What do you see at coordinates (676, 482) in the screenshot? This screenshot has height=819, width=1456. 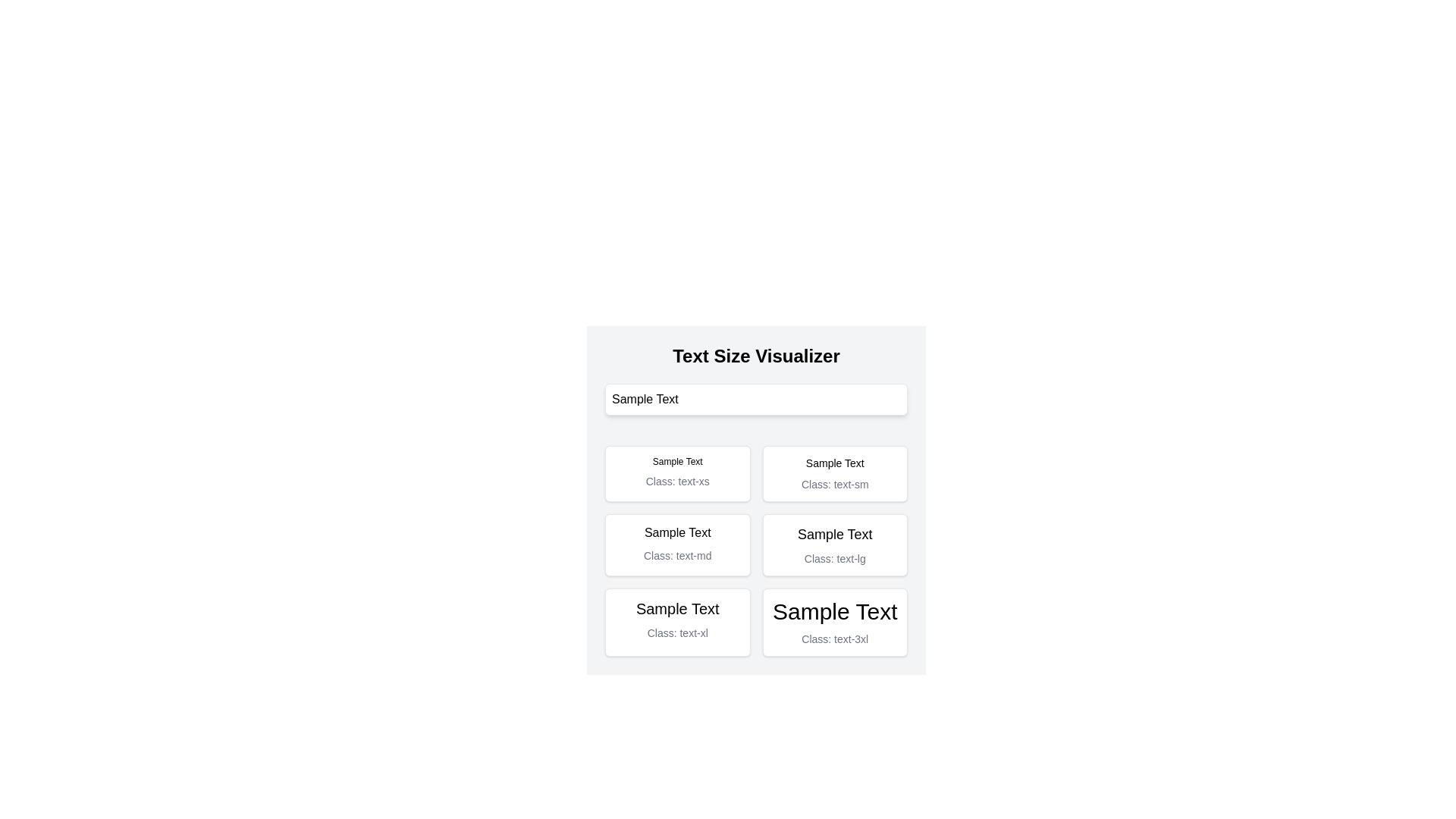 I see `the Text label that provides additional descriptive information about its sibling element above, located beneath the 'Sample Text' element in the upper-left of the grid interface` at bounding box center [676, 482].